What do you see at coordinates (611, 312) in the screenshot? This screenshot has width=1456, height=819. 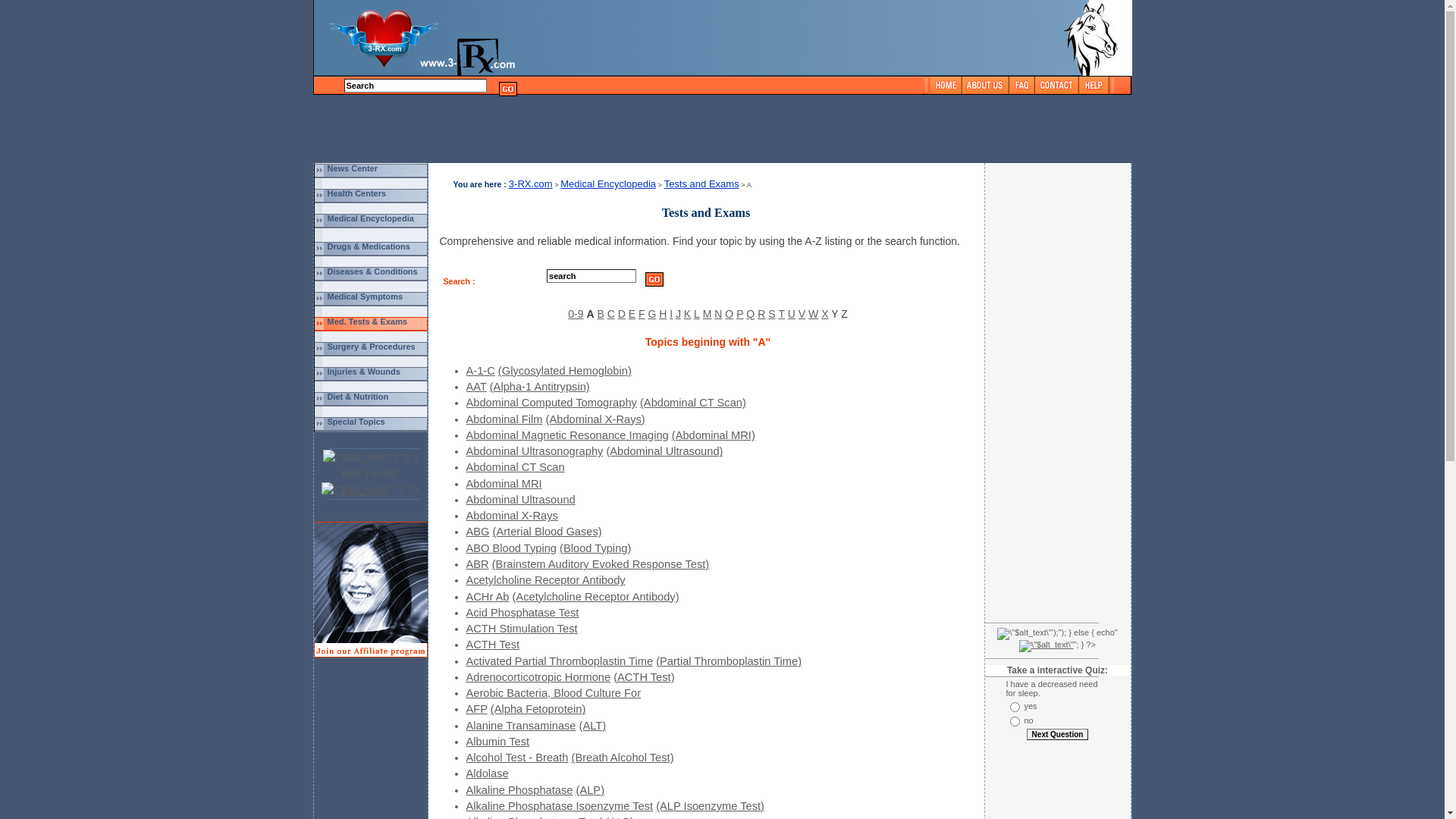 I see `'C'` at bounding box center [611, 312].